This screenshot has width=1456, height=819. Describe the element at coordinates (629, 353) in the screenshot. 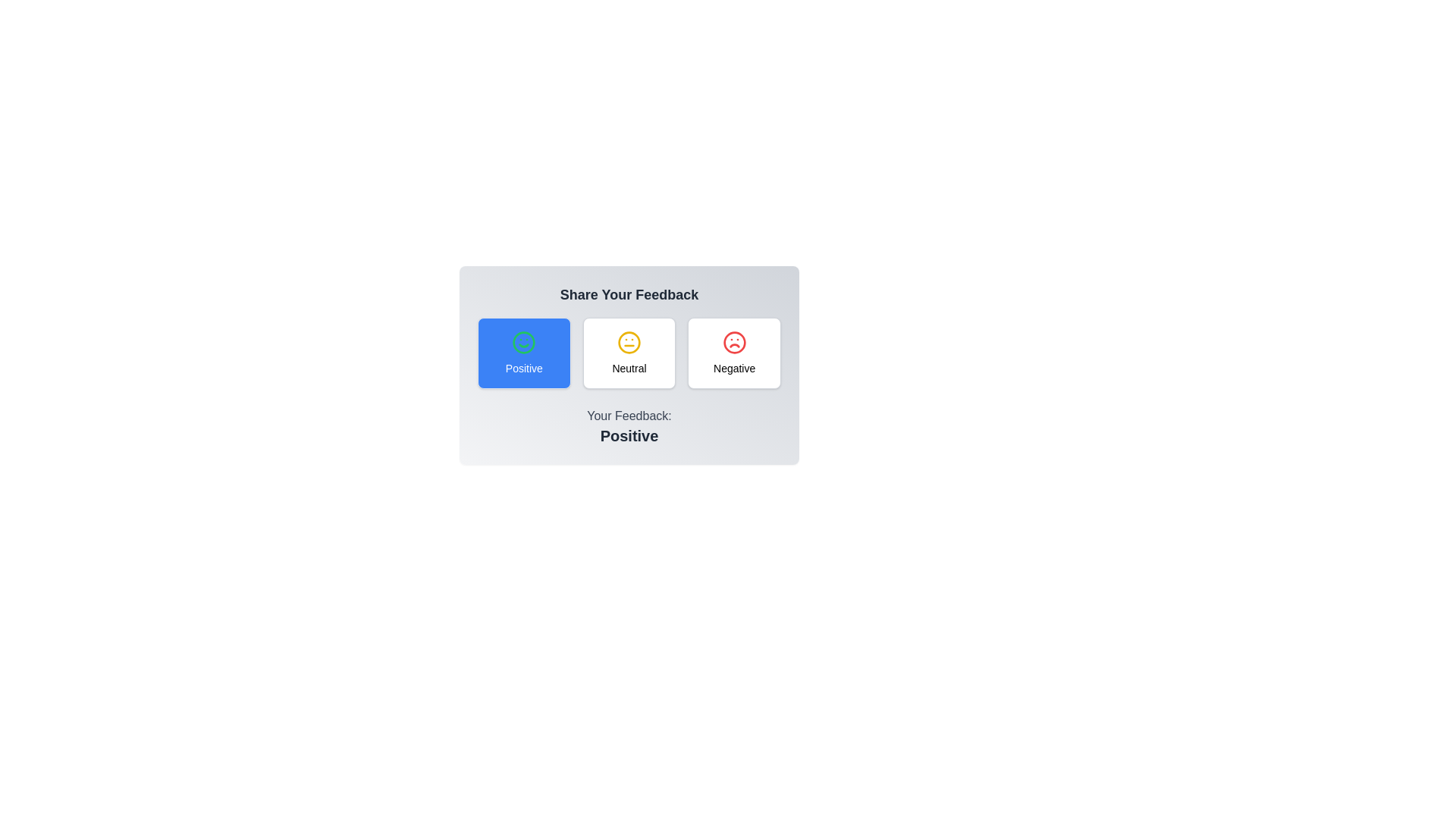

I see `the feedback option Neutral for accessibility testing` at that location.